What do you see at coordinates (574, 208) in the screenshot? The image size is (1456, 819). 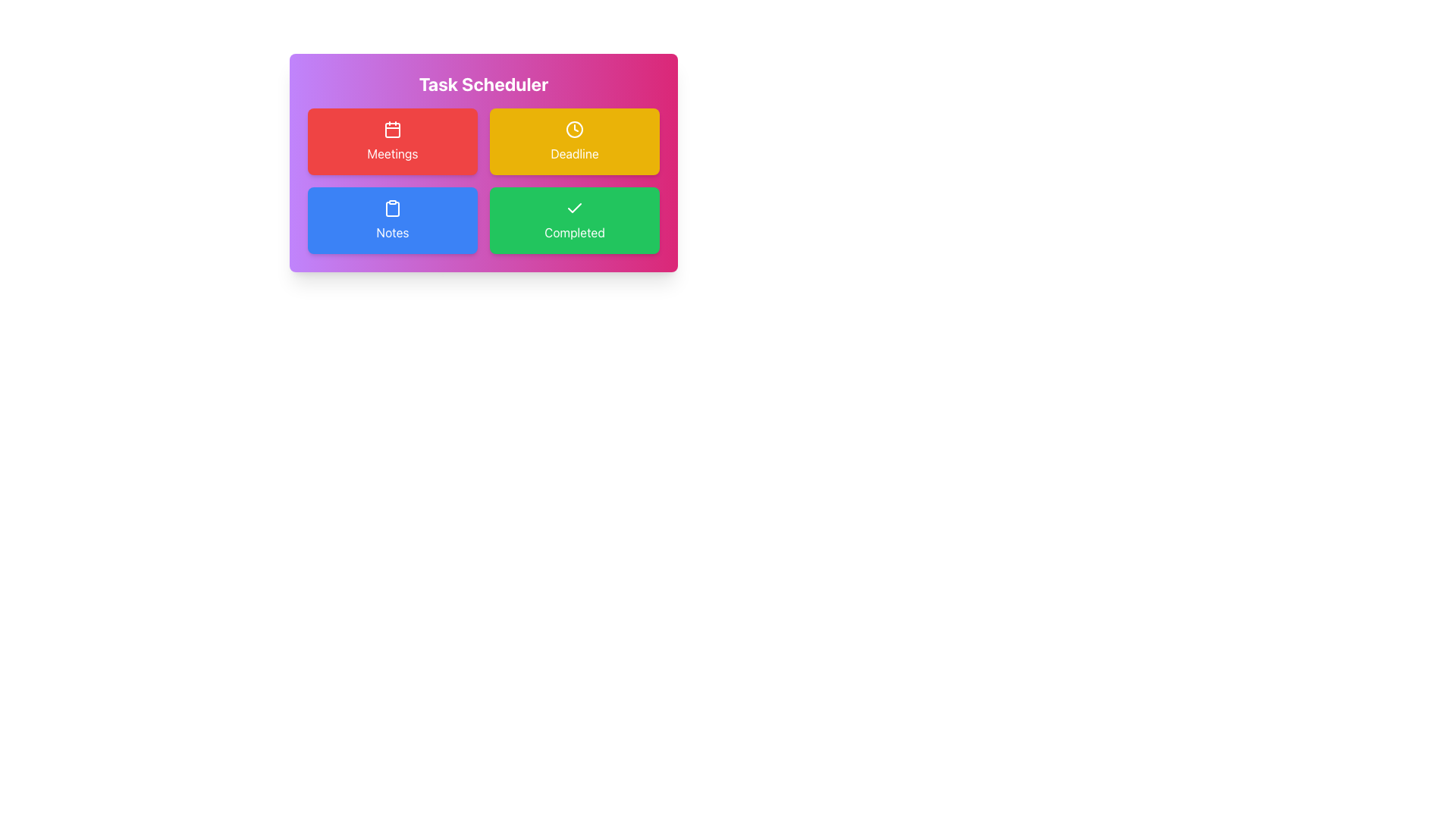 I see `checkmark icon located within the 'Completed' section of the 'Task Scheduler' interface, which is centered inside the green button labeled 'Completed'` at bounding box center [574, 208].